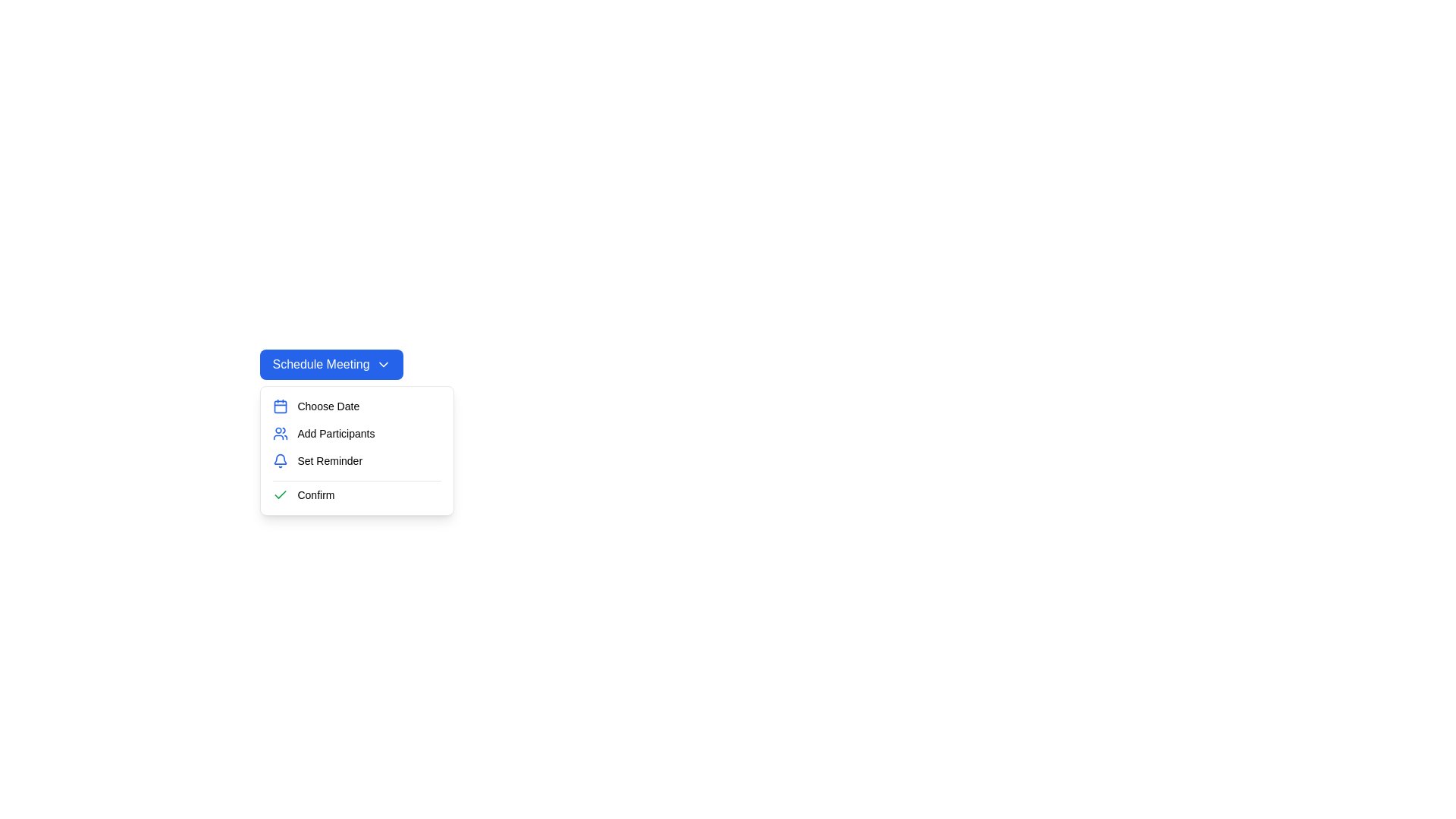  I want to click on the 'Choose Date' menu item, which features a calendar icon on the left, so click(356, 406).